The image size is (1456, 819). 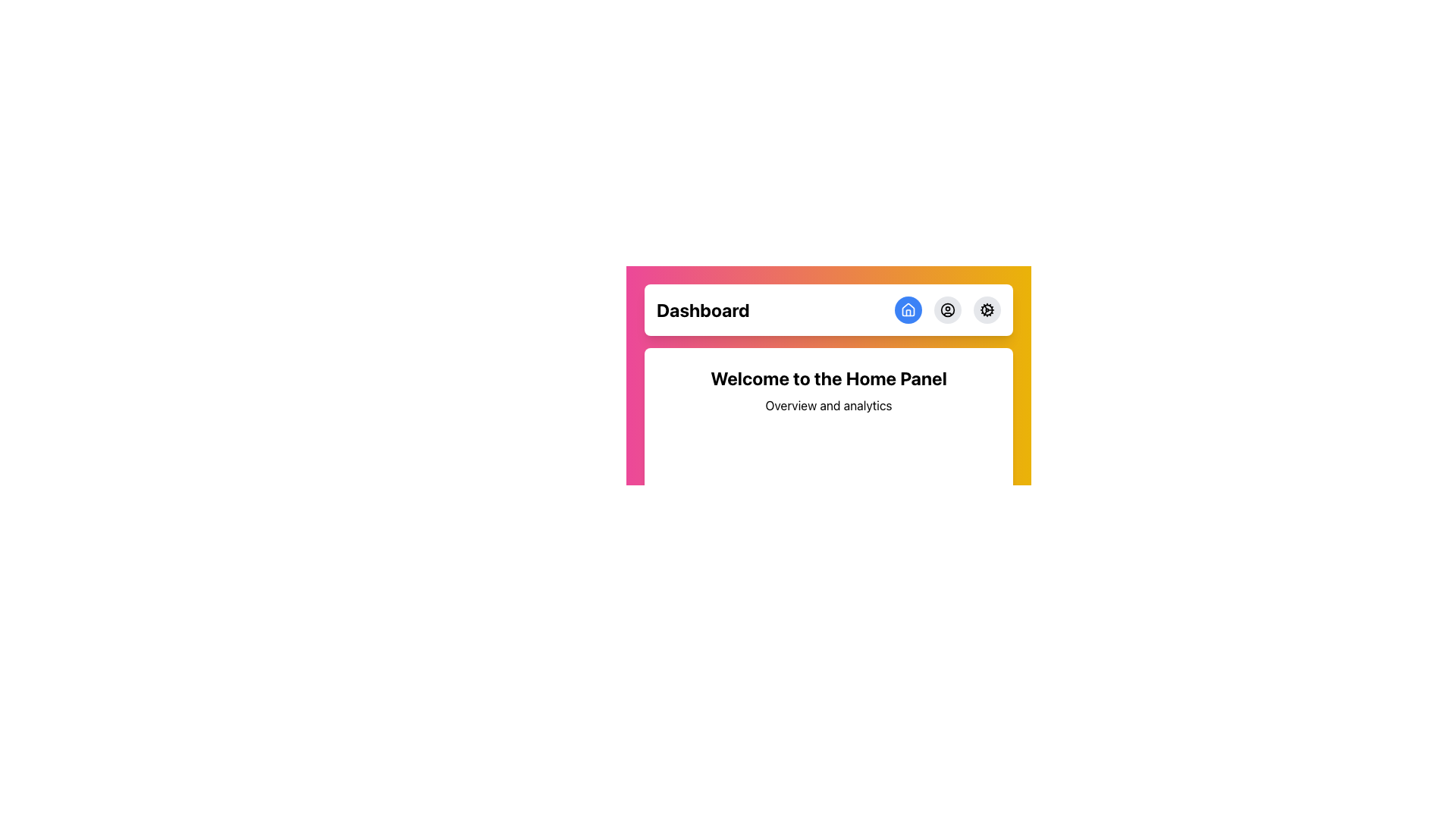 I want to click on the house-shaped icon button with a blue background located near the top center of the header section for accessibility, so click(x=908, y=309).